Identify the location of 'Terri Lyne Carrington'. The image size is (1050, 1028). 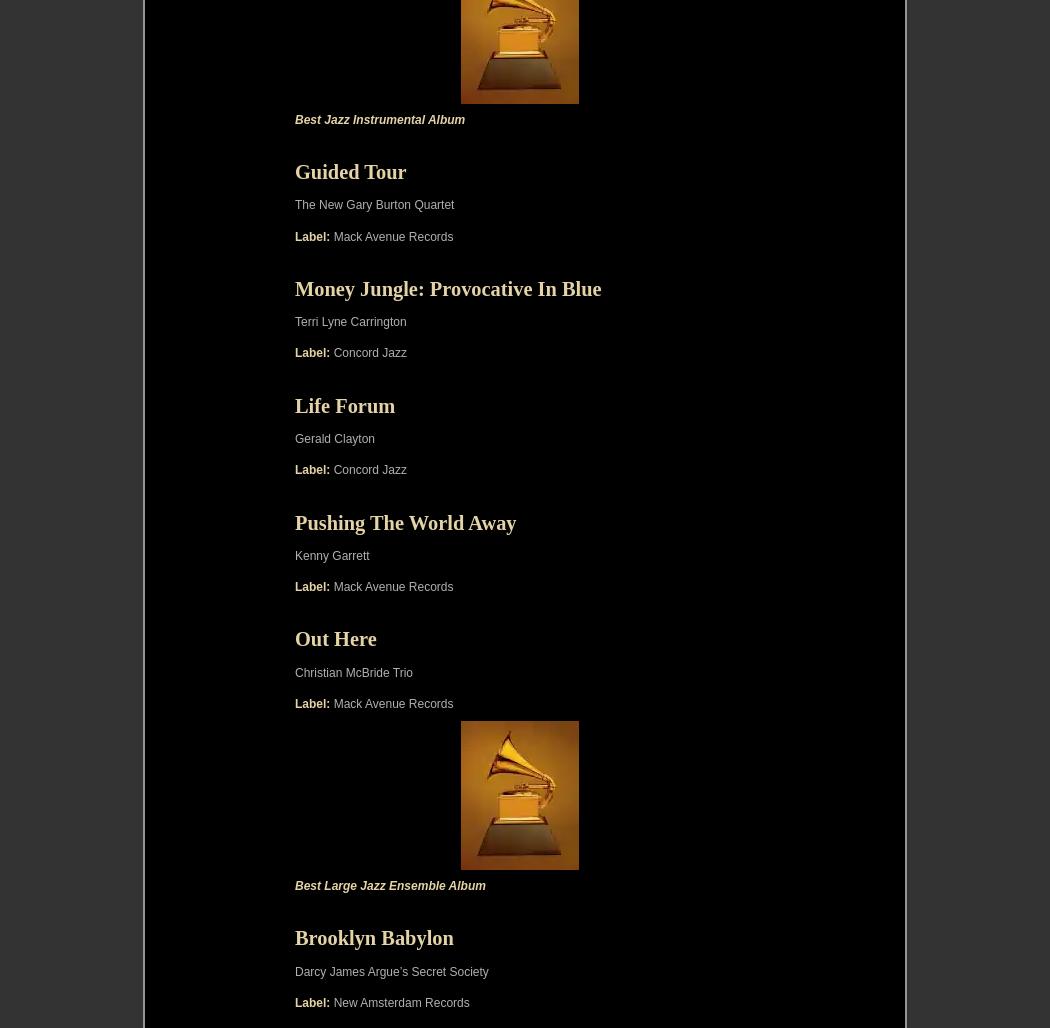
(349, 321).